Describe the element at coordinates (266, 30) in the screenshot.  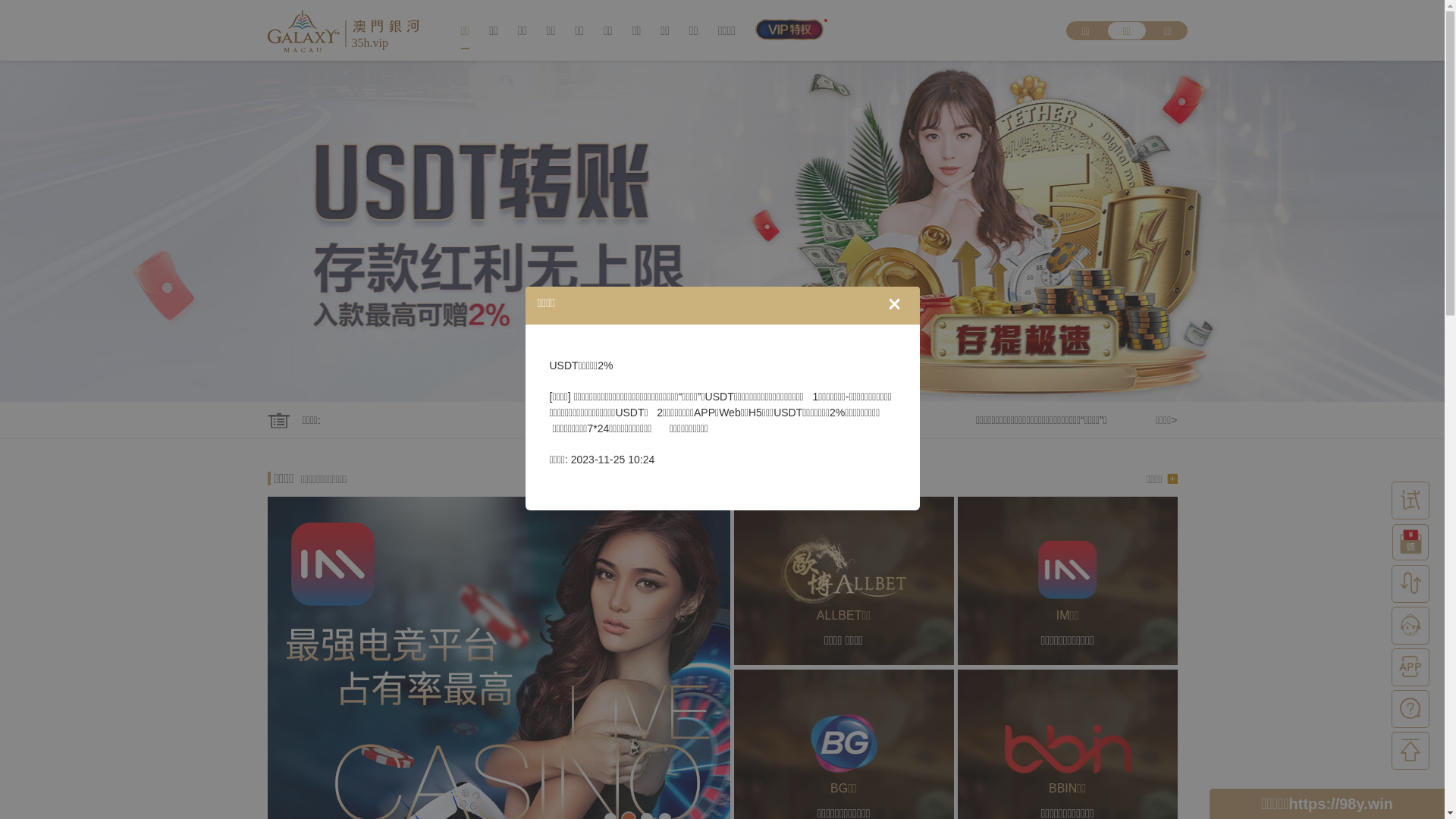
I see `'33h.vip'` at that location.